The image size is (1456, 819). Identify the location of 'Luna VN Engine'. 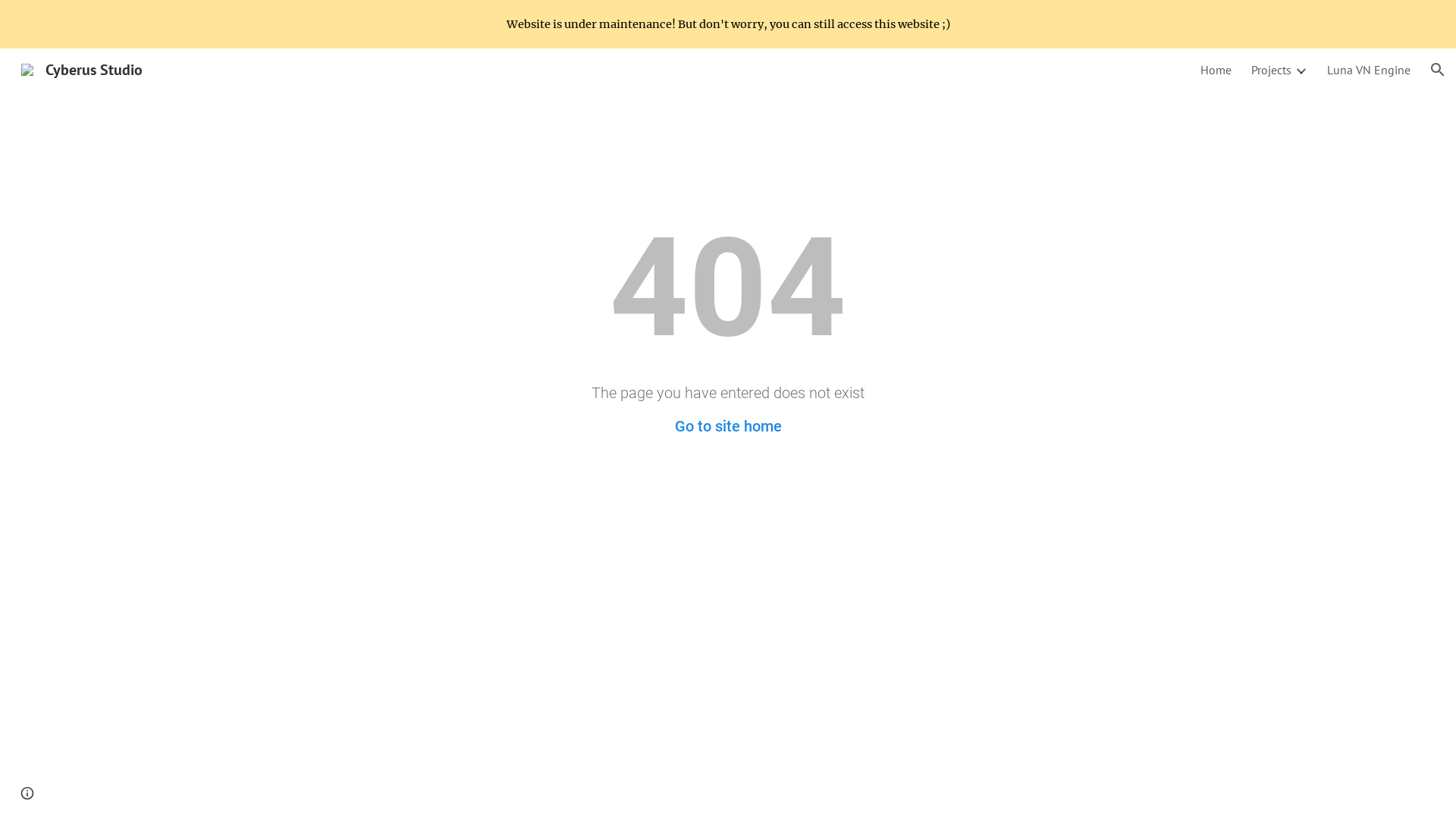
(1368, 70).